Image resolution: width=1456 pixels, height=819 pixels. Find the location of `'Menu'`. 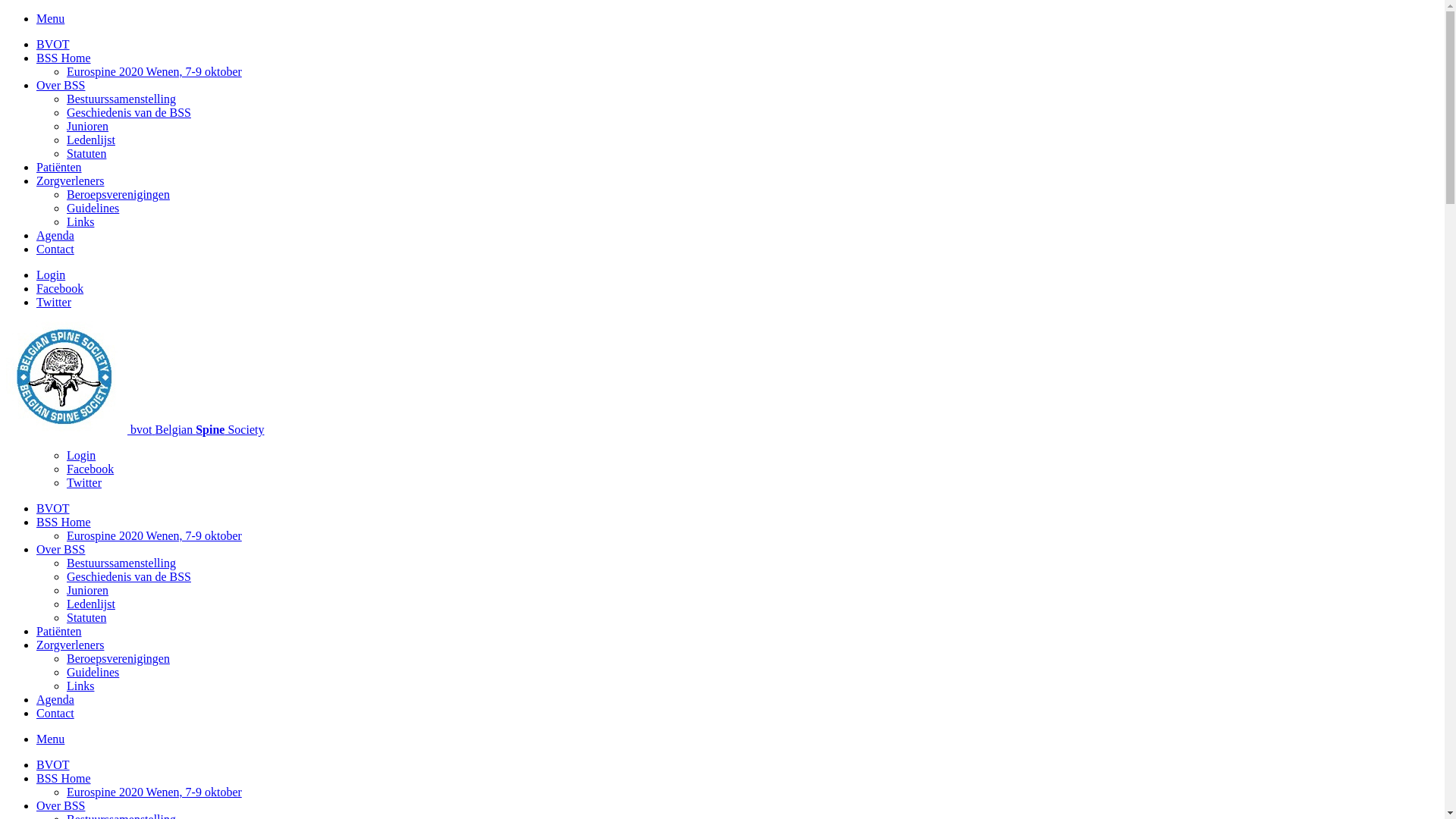

'Menu' is located at coordinates (36, 18).